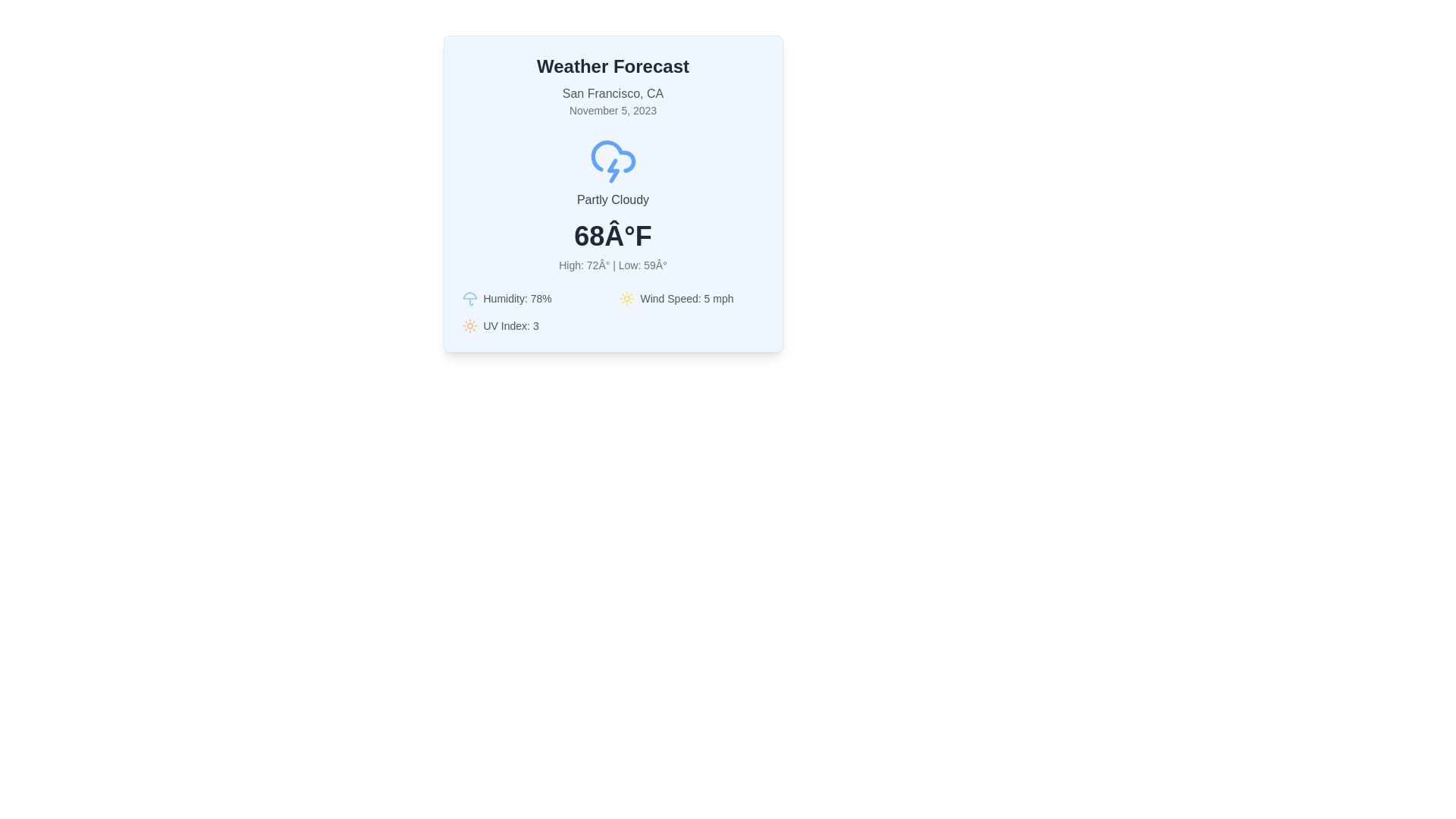 Image resolution: width=1456 pixels, height=819 pixels. What do you see at coordinates (626, 298) in the screenshot?
I see `the sunny weather icon located to the left of the 'Wind Speed: 5 mph' text in the weather information panel` at bounding box center [626, 298].